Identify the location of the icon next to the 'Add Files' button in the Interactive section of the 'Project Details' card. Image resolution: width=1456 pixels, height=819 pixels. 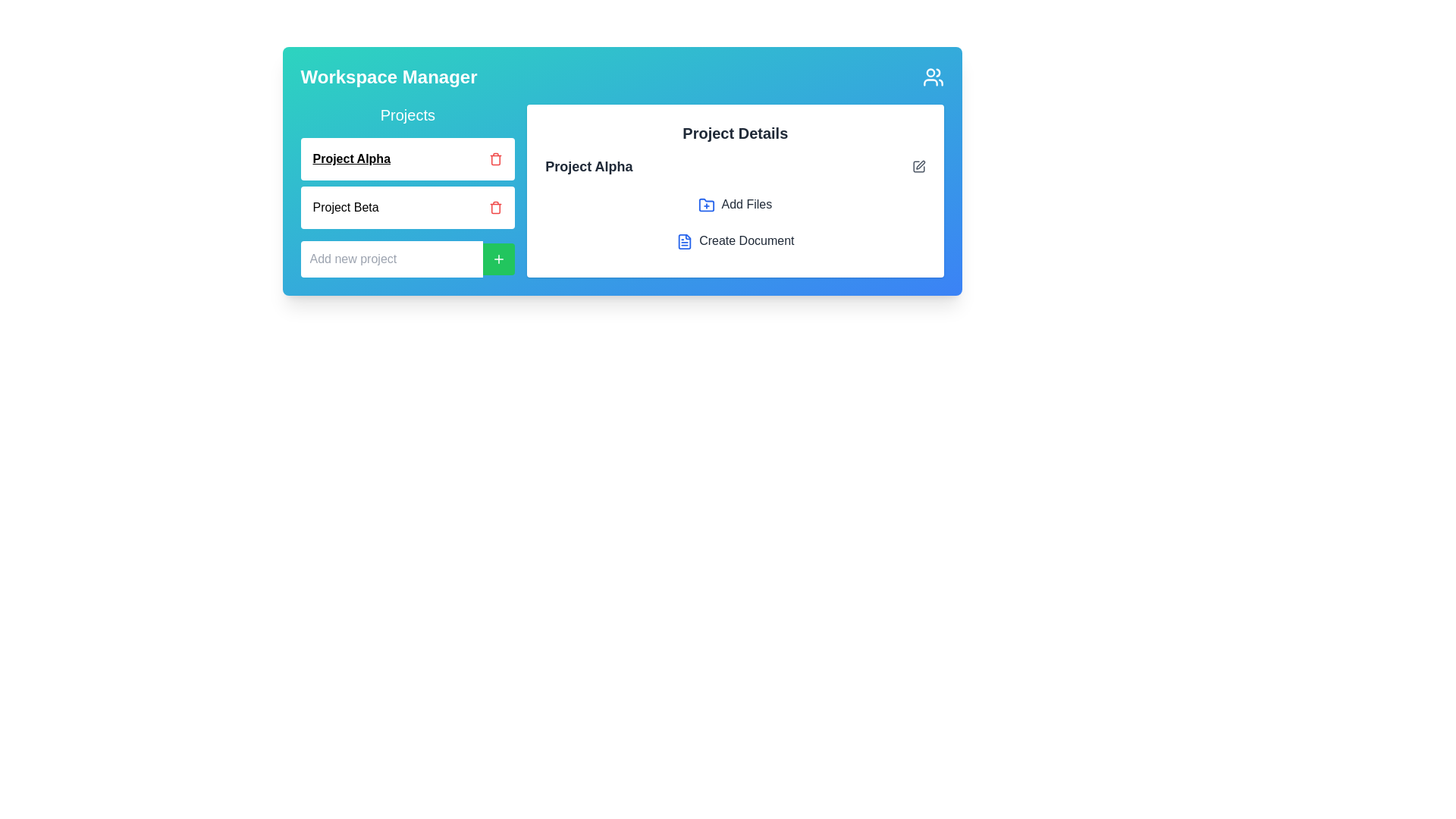
(735, 202).